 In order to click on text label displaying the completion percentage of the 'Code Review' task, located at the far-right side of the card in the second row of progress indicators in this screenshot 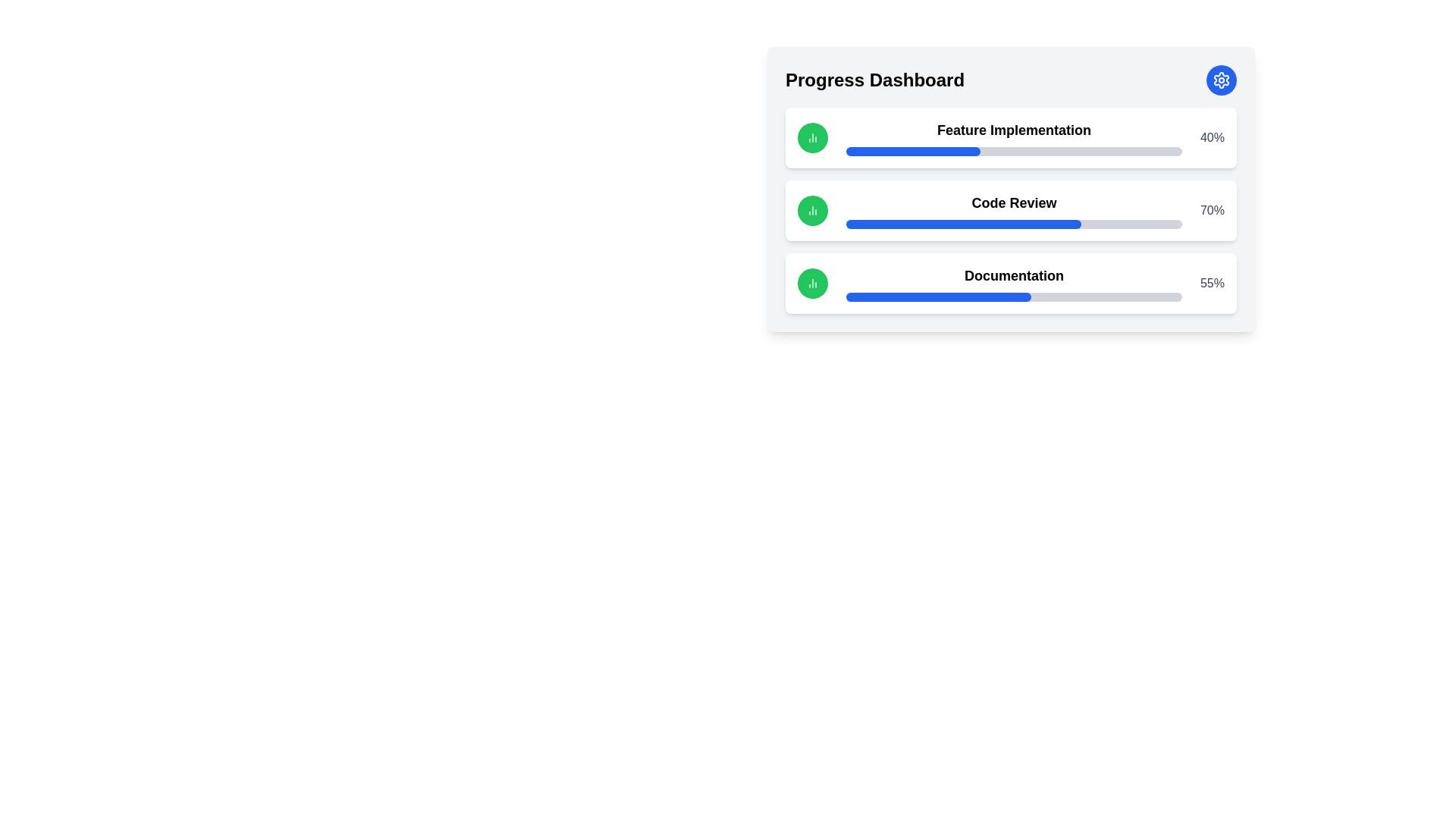, I will do `click(1211, 210)`.